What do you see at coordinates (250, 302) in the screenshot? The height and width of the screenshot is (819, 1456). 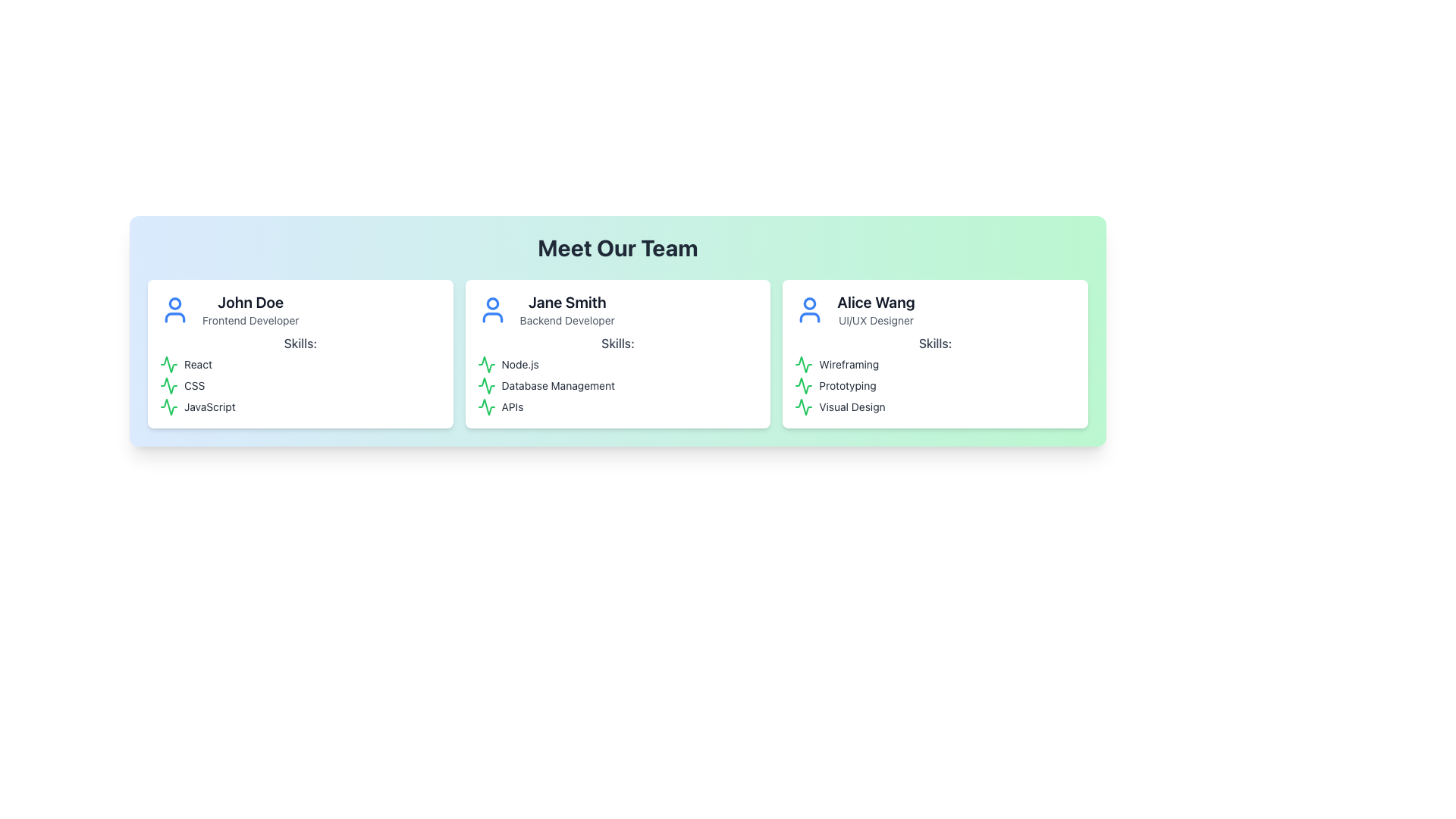 I see `static text displaying the name of the individual associated with the profile card, located in the top-left corner of the profile card in the team overview section, above the text 'Frontend Developer'` at bounding box center [250, 302].